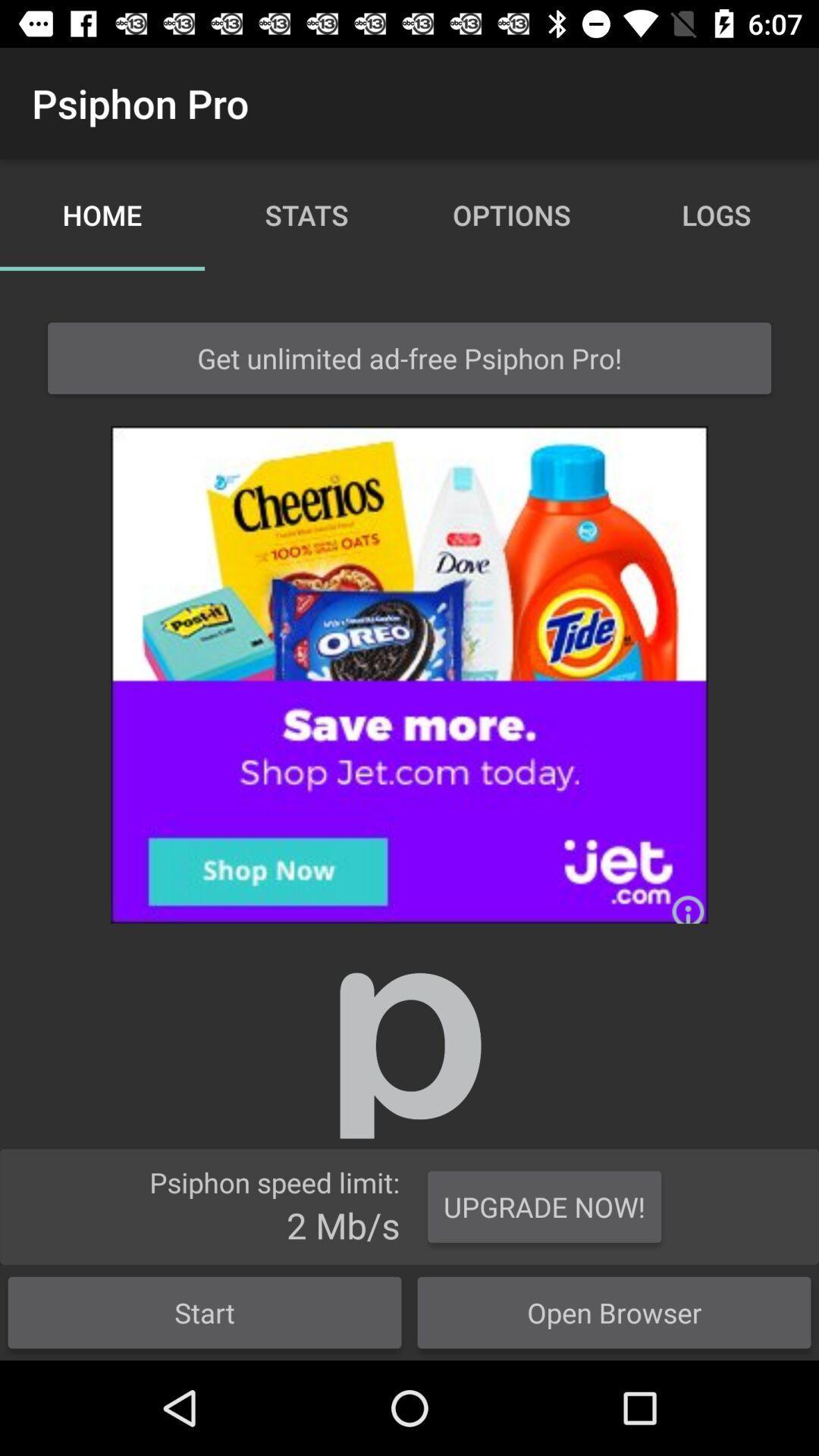  What do you see at coordinates (409, 673) in the screenshot?
I see `advertisement` at bounding box center [409, 673].